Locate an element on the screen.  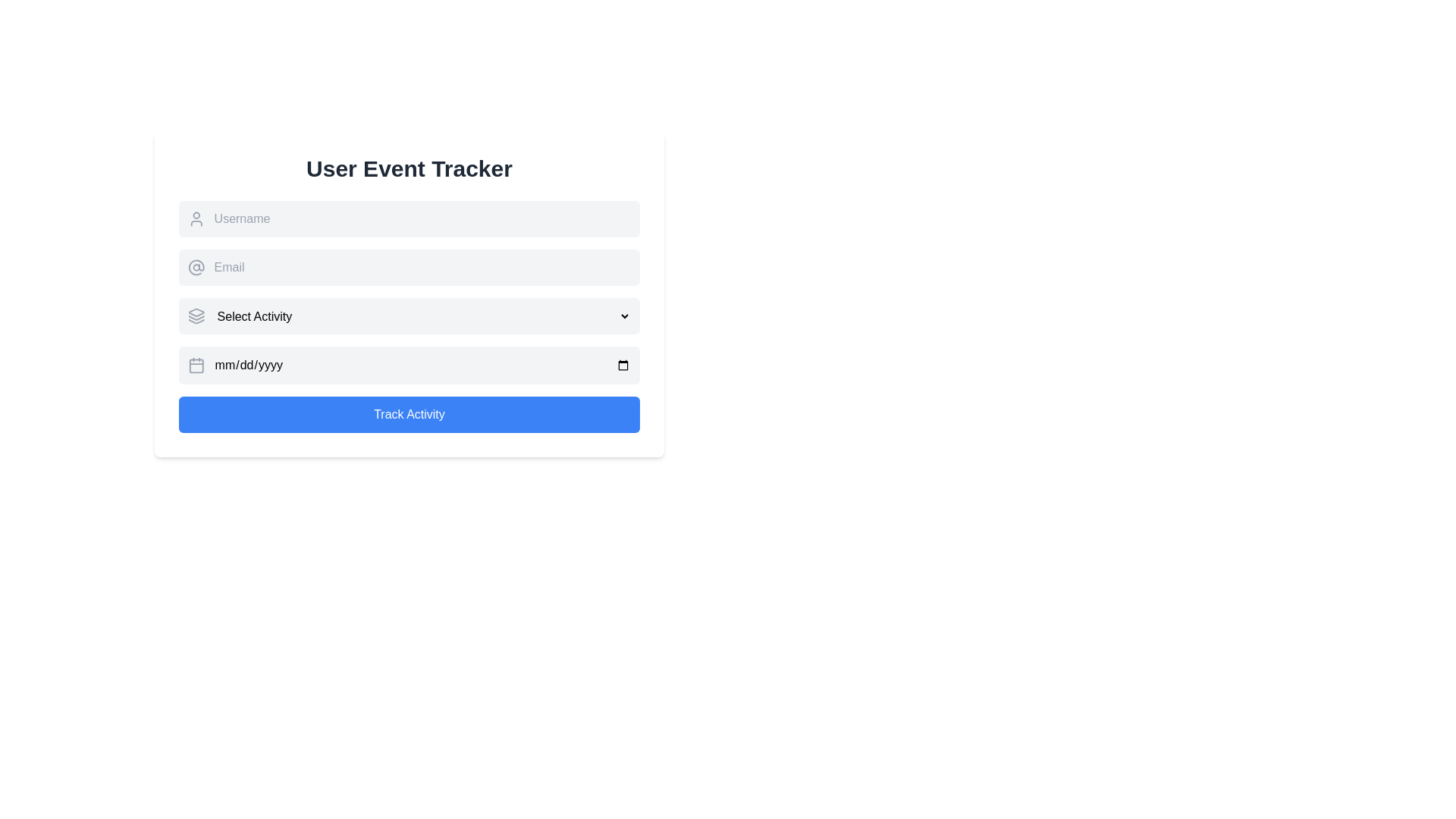
the button labeled 'Track Activity' with a blue background and white text, located at the bottom of the vertical form layout is located at coordinates (409, 415).